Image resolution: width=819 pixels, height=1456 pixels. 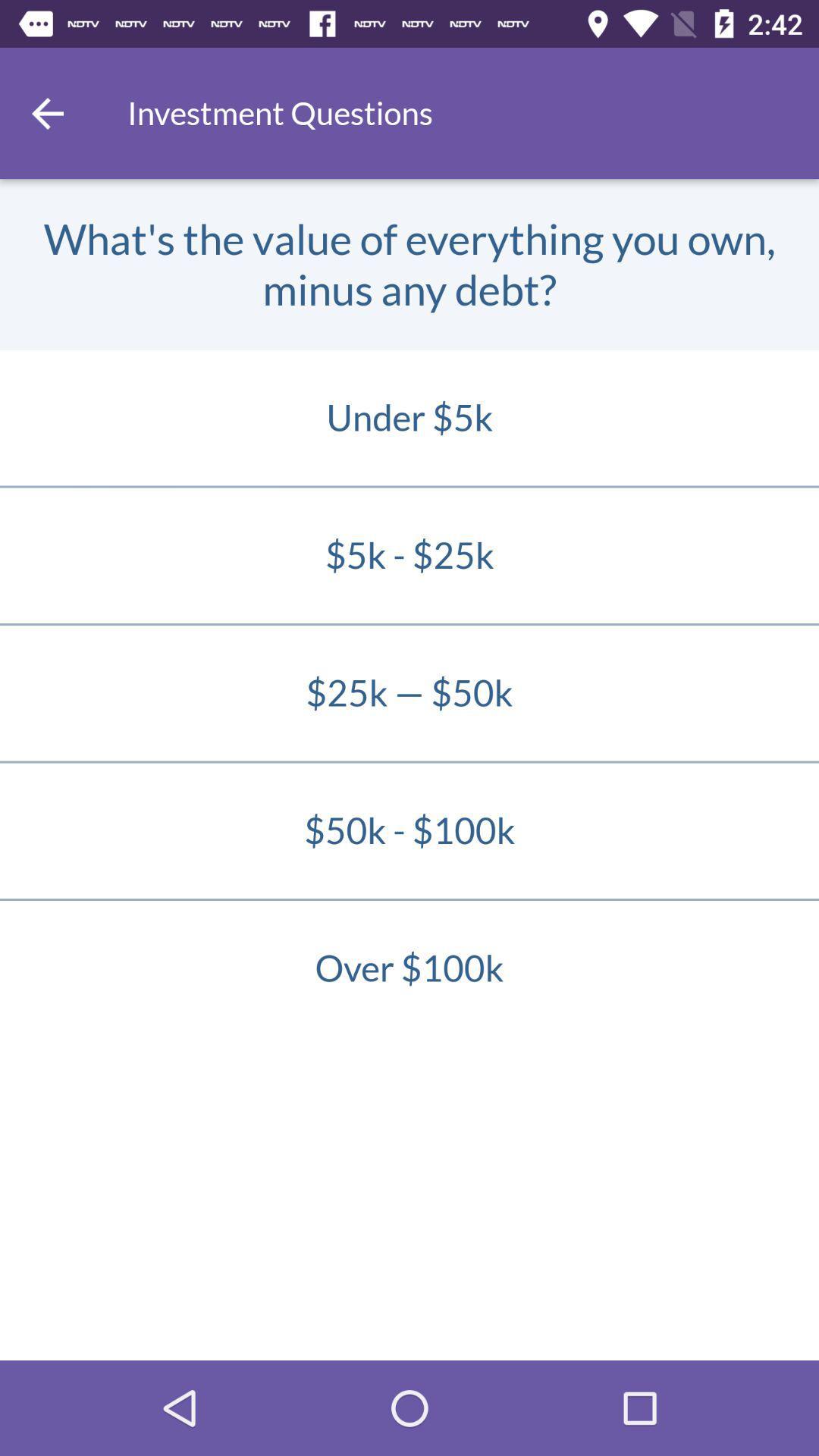 I want to click on previous, so click(x=46, y=112).